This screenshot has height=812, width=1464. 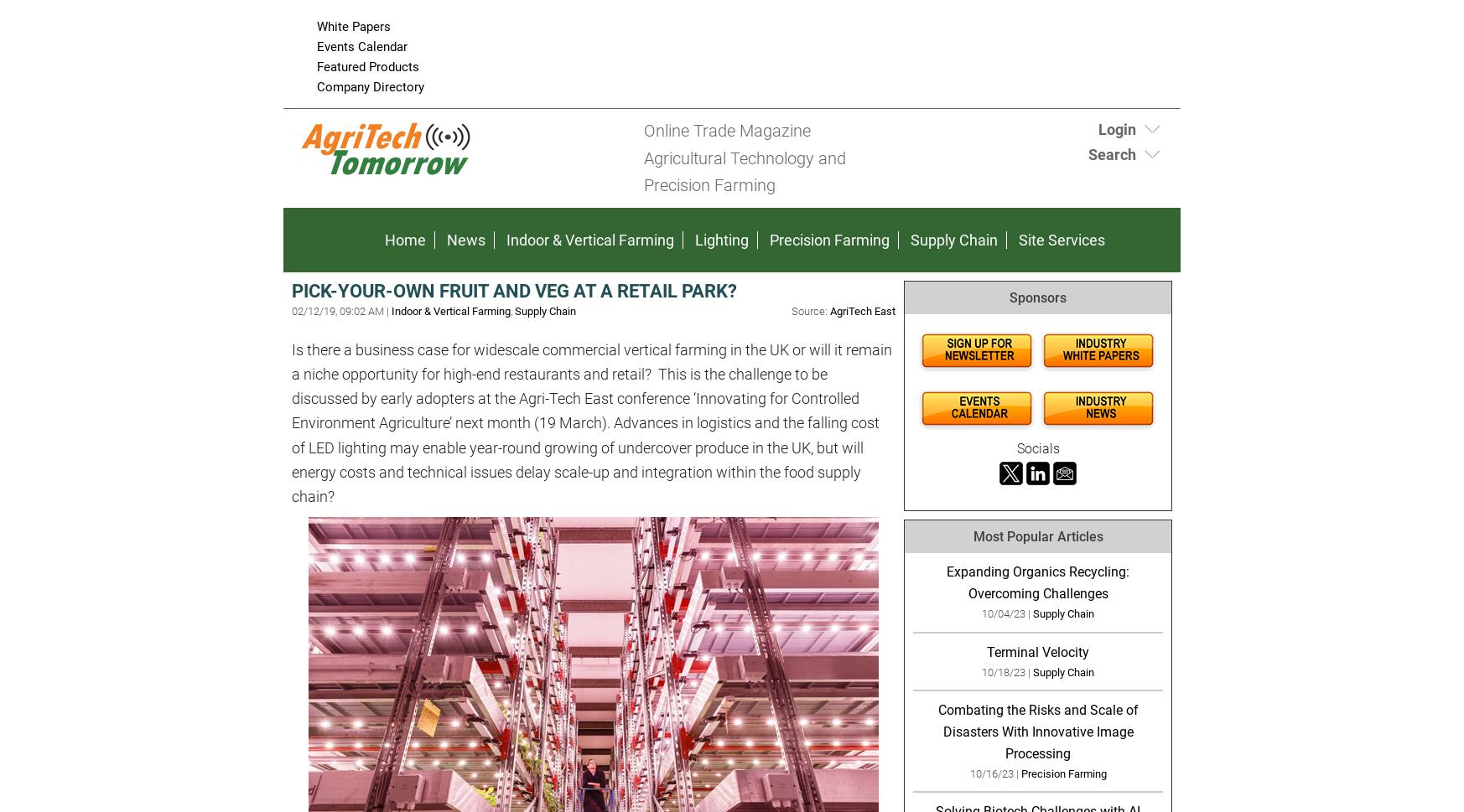 I want to click on 'Supply Chain', so click(x=953, y=239).